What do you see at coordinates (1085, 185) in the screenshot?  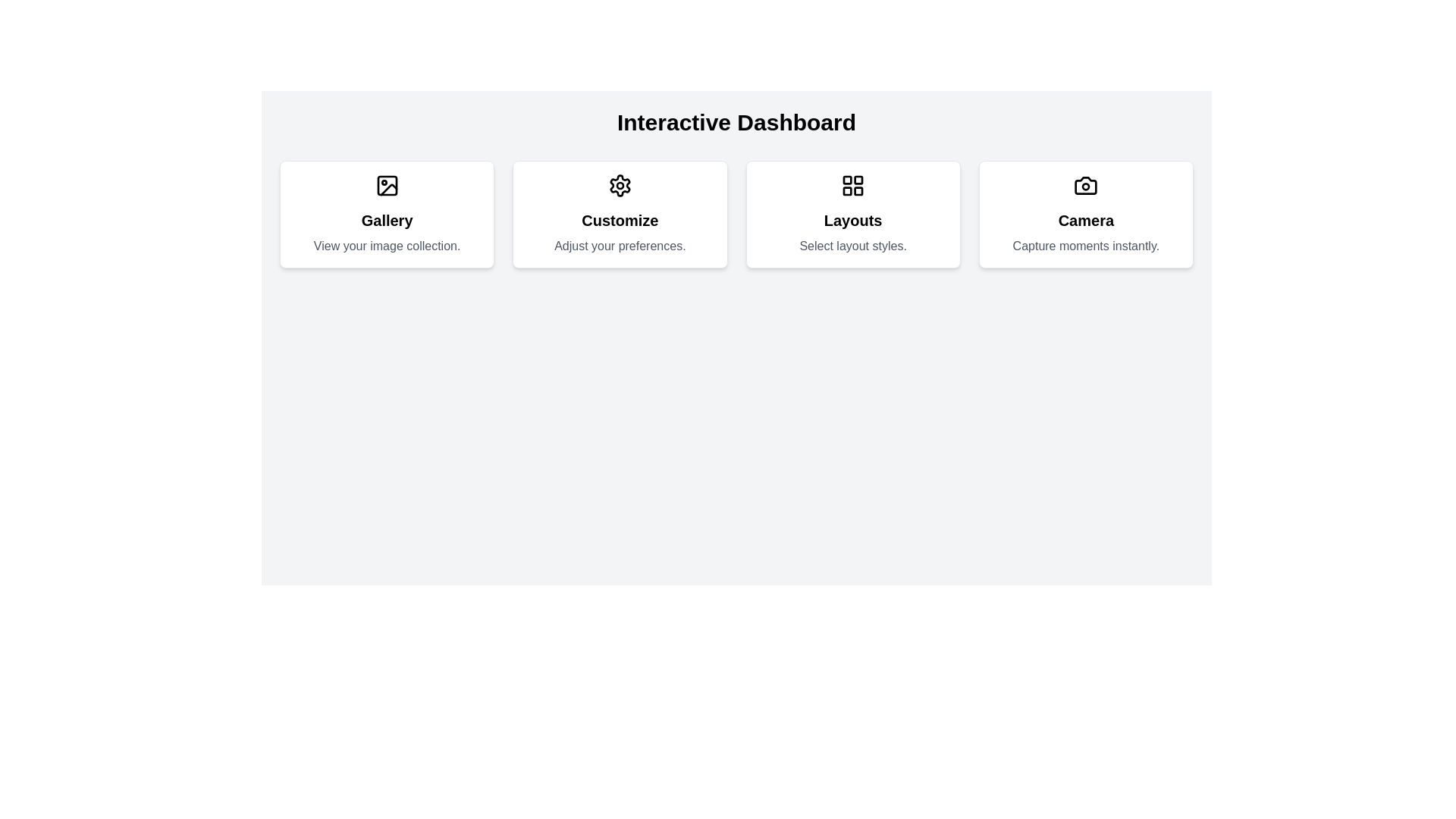 I see `the camera icon located in the bottom-right card titled 'Camera' with the description 'Capture moments instantly.'` at bounding box center [1085, 185].